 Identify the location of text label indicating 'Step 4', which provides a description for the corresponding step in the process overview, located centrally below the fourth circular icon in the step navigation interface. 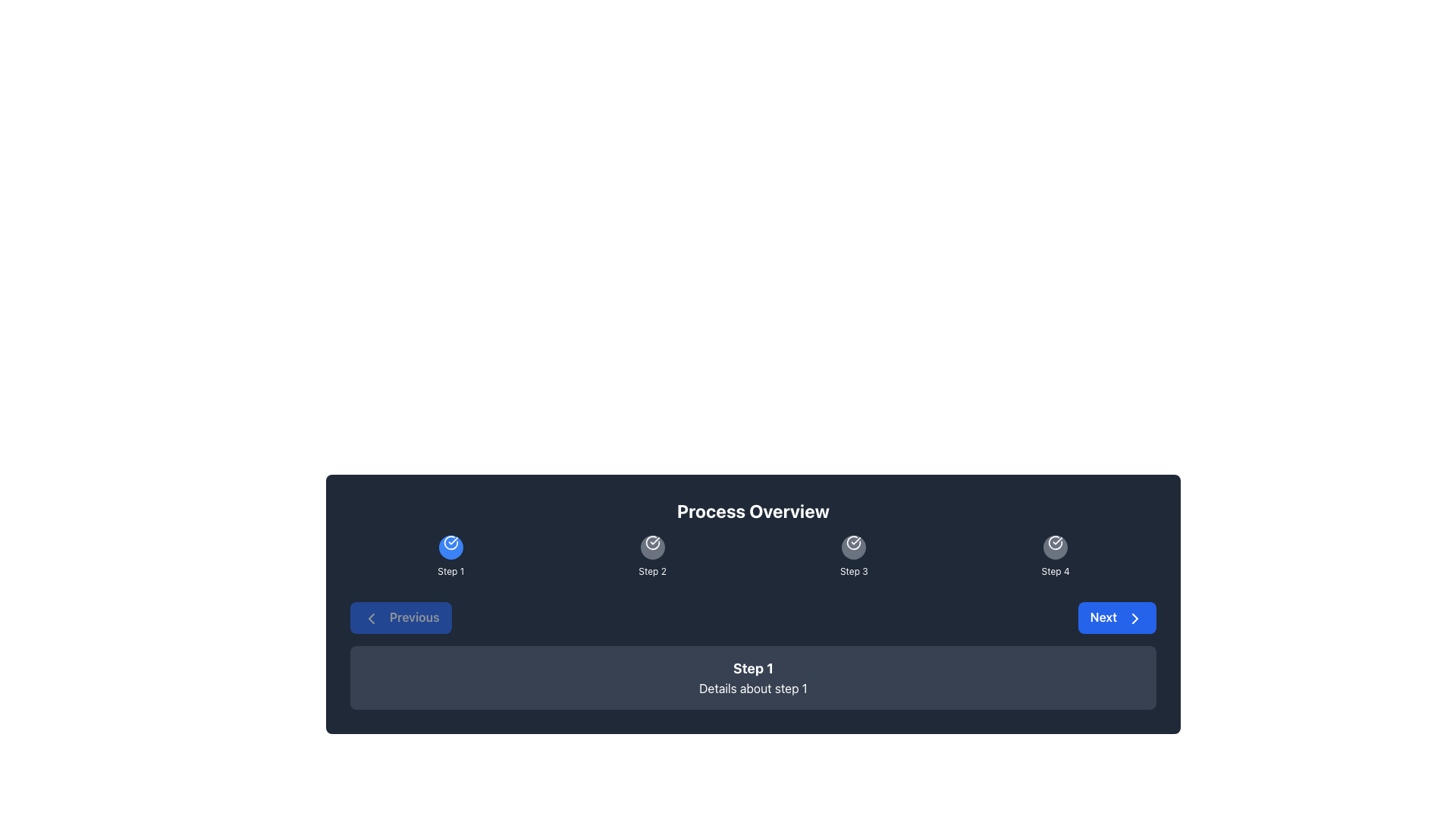
(1055, 571).